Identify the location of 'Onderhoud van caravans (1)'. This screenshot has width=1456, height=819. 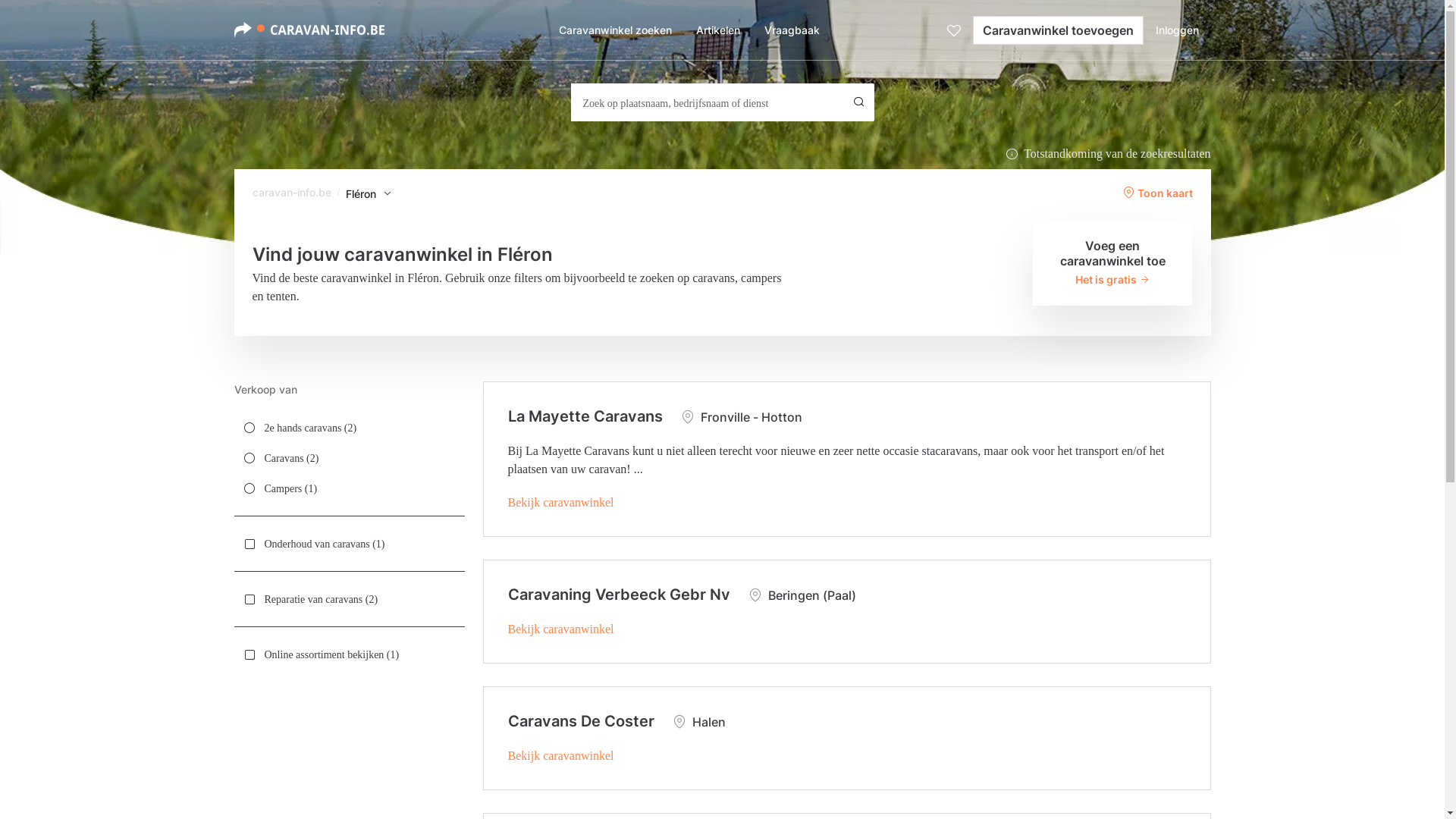
(348, 543).